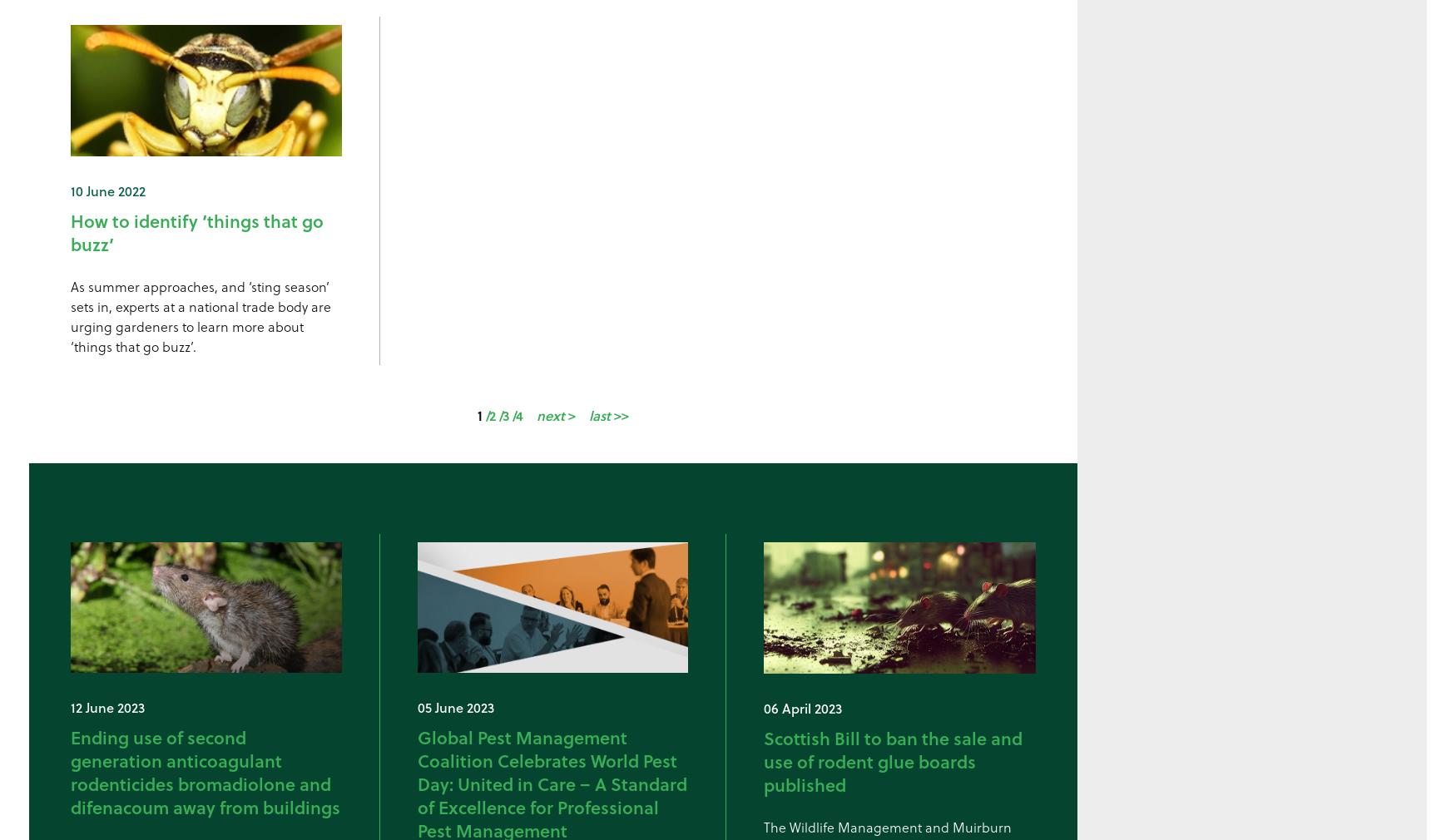 This screenshot has width=1456, height=840. What do you see at coordinates (454, 707) in the screenshot?
I see `'05 June 2023'` at bounding box center [454, 707].